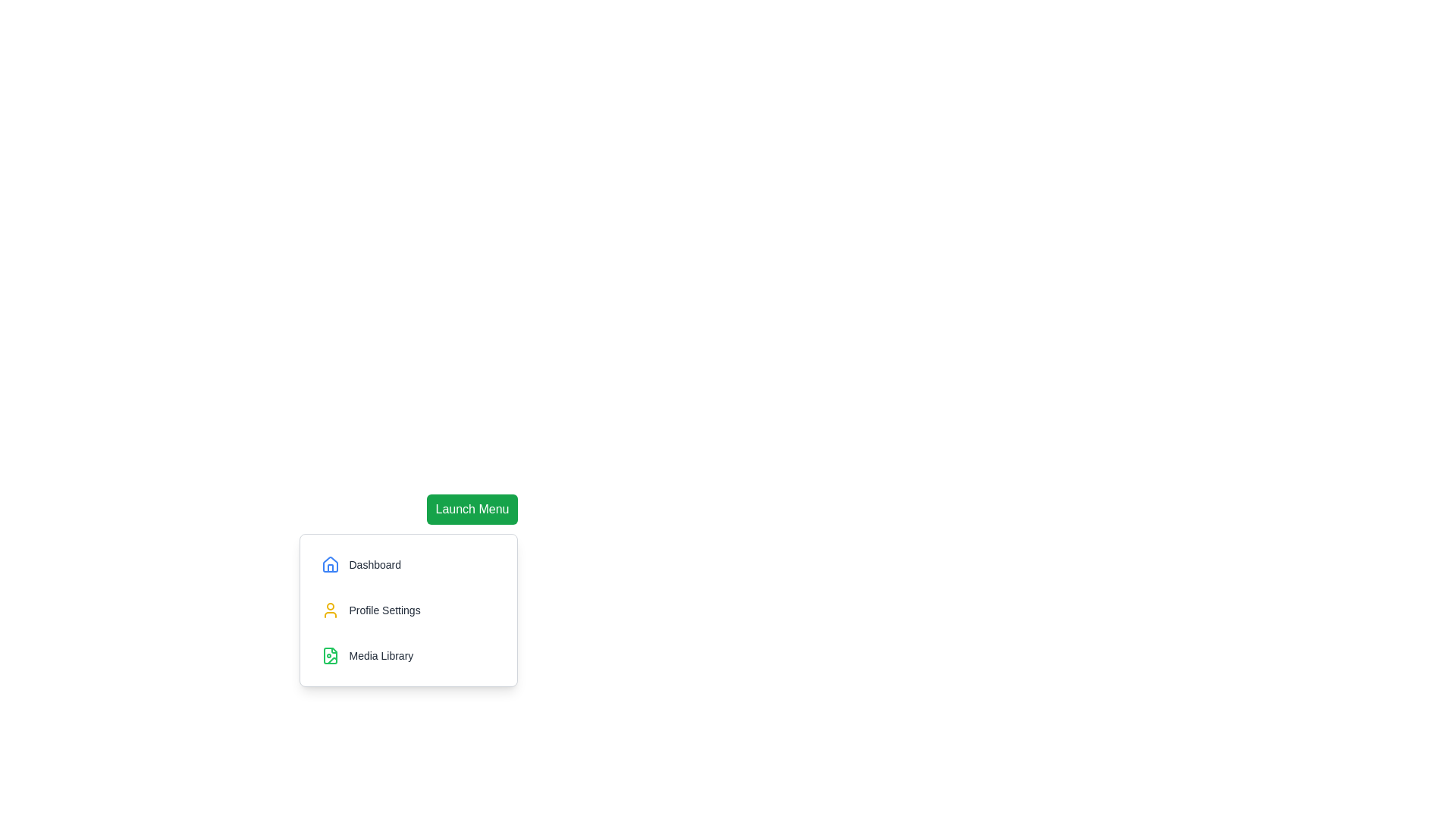 This screenshot has height=819, width=1456. What do you see at coordinates (384, 610) in the screenshot?
I see `the 'Profile Settings' text label, which is styled in gray and positioned below the 'Dashboard' and above the 'Media Library' options in the vertical menu layout` at bounding box center [384, 610].